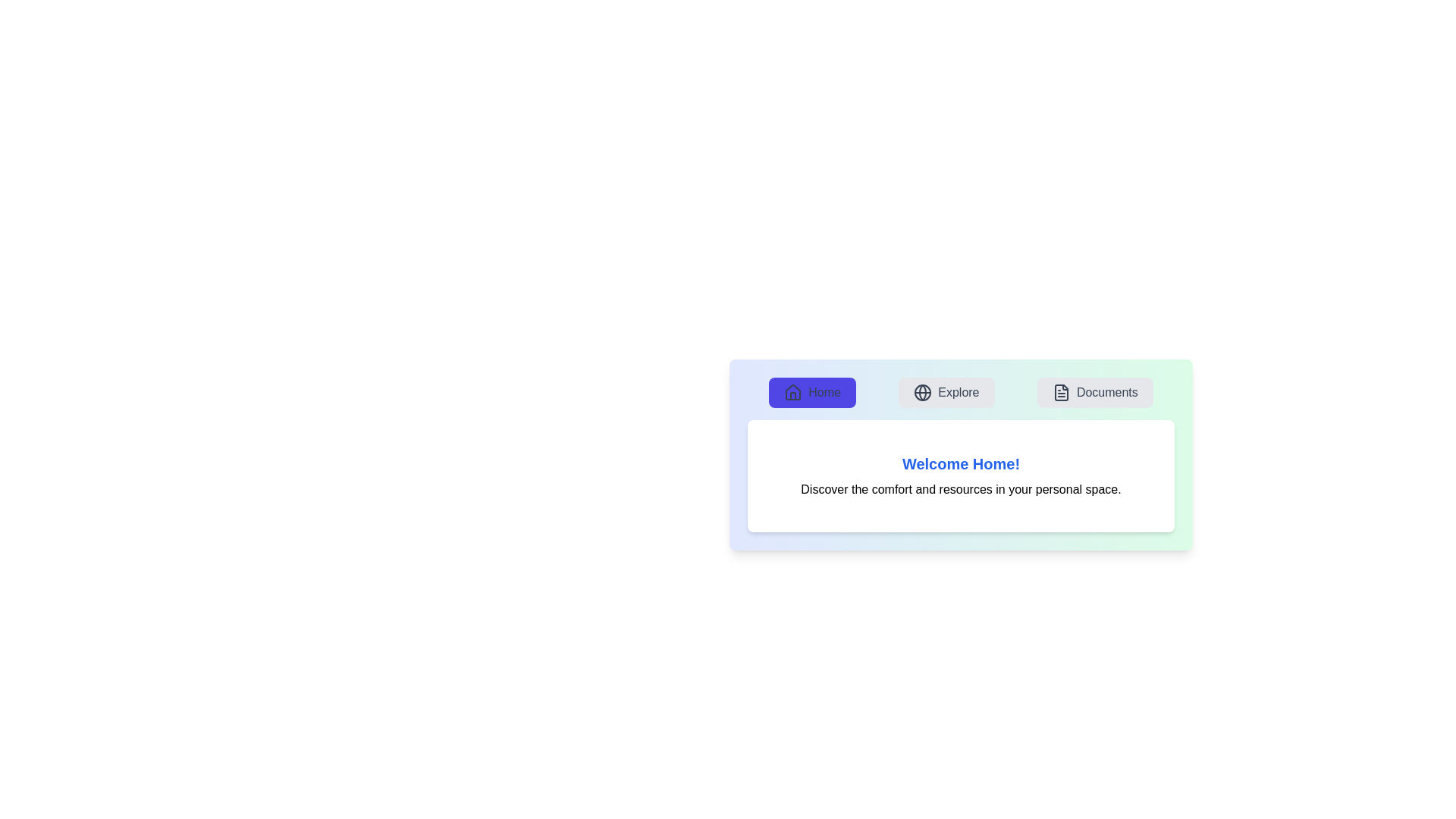 This screenshot has height=819, width=1456. I want to click on the Explore tab by clicking the respective button, so click(946, 391).